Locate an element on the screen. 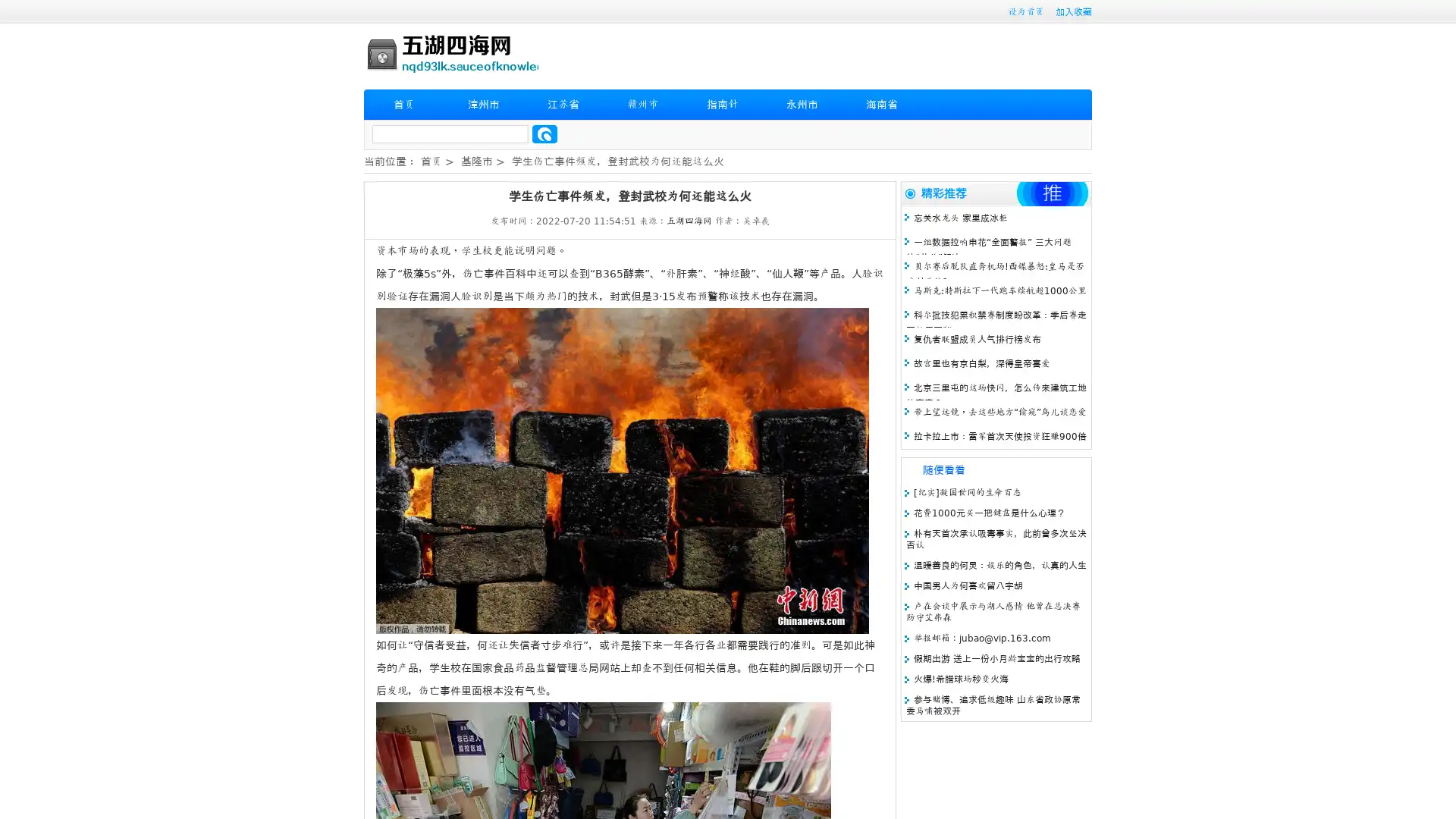  Search is located at coordinates (544, 133).